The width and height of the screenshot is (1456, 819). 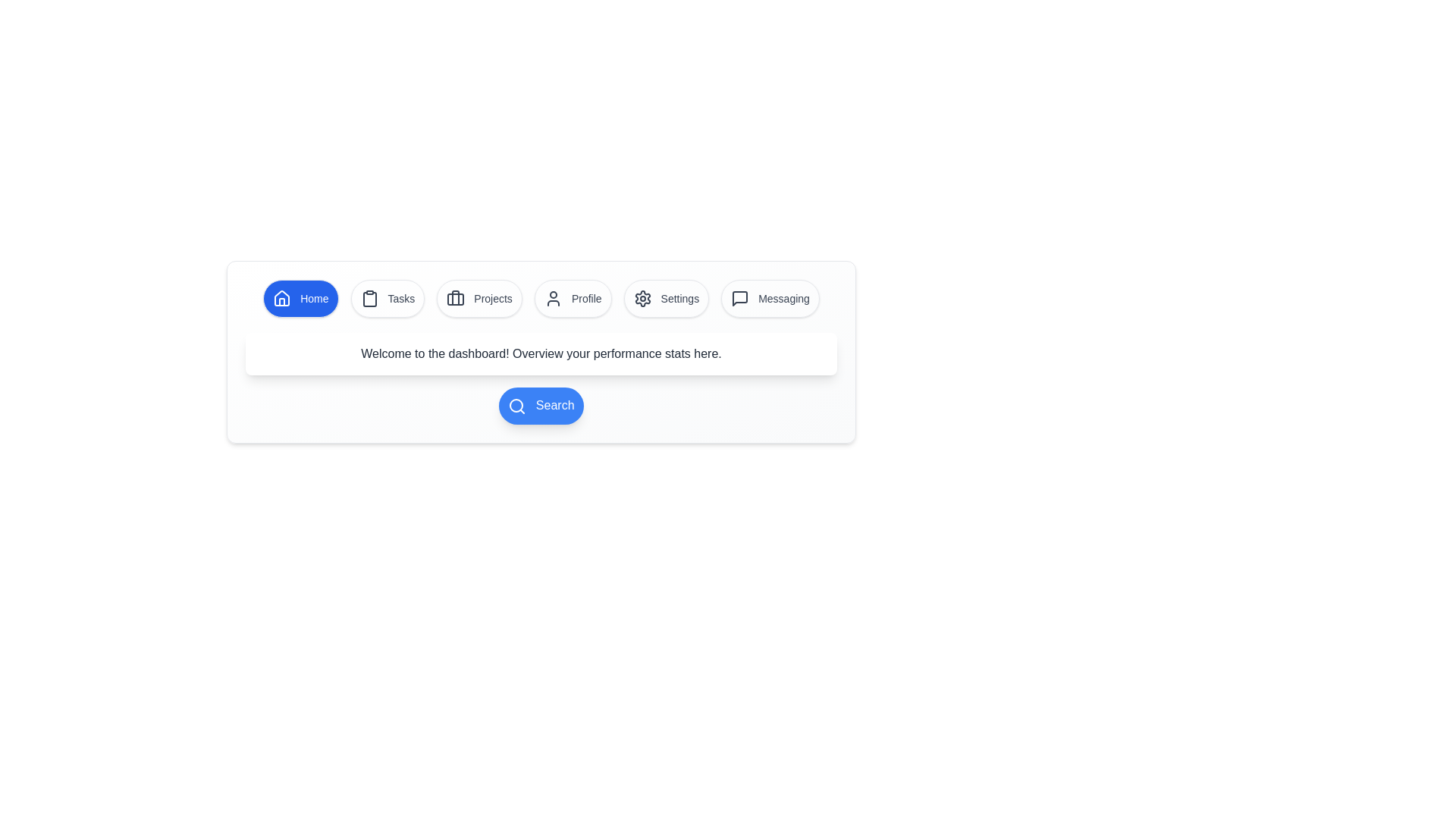 What do you see at coordinates (642, 298) in the screenshot?
I see `the settings icon located to the left of the 'Settings' label in the navigation bar` at bounding box center [642, 298].